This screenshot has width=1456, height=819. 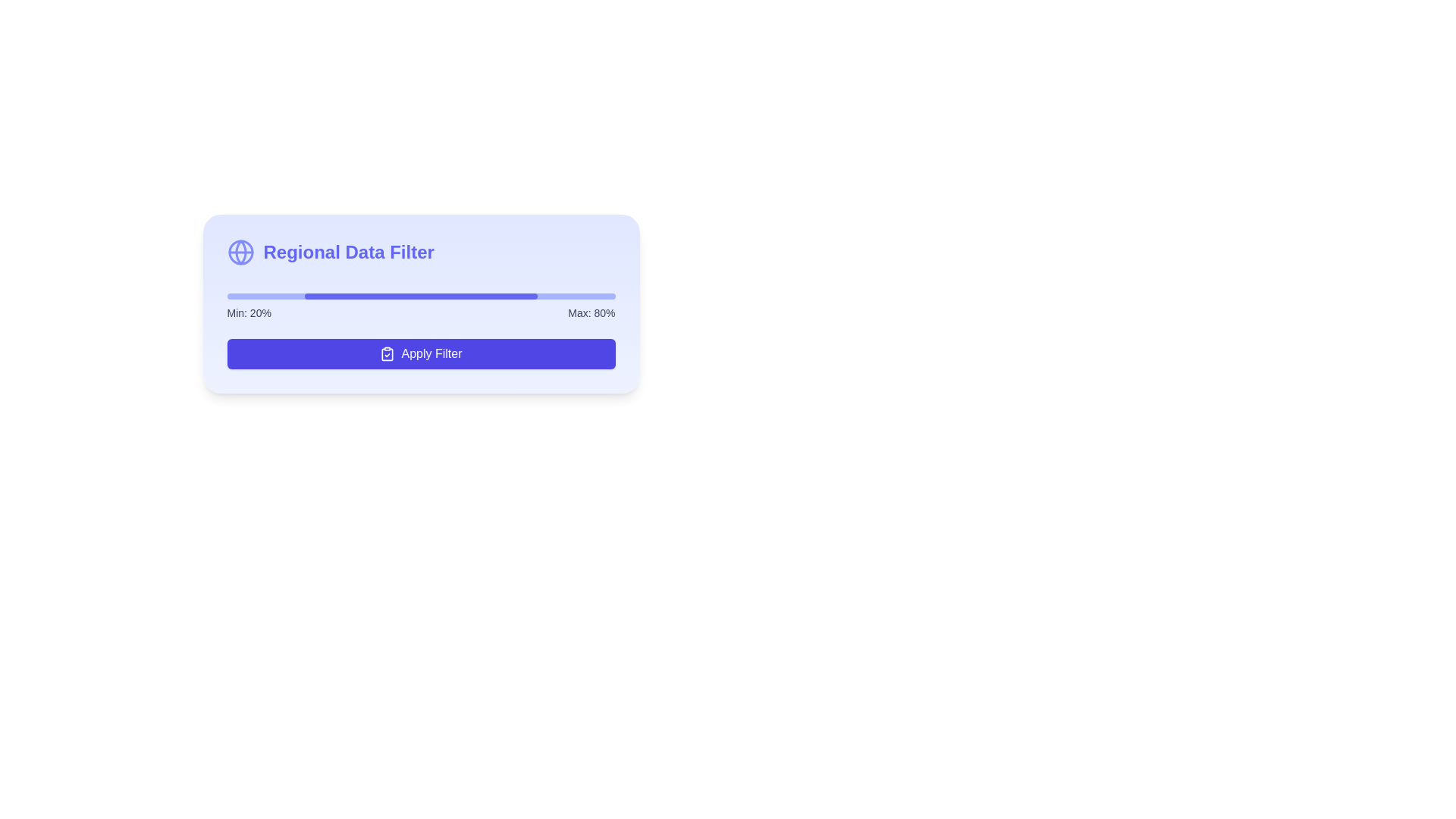 I want to click on the slider, so click(x=583, y=293).